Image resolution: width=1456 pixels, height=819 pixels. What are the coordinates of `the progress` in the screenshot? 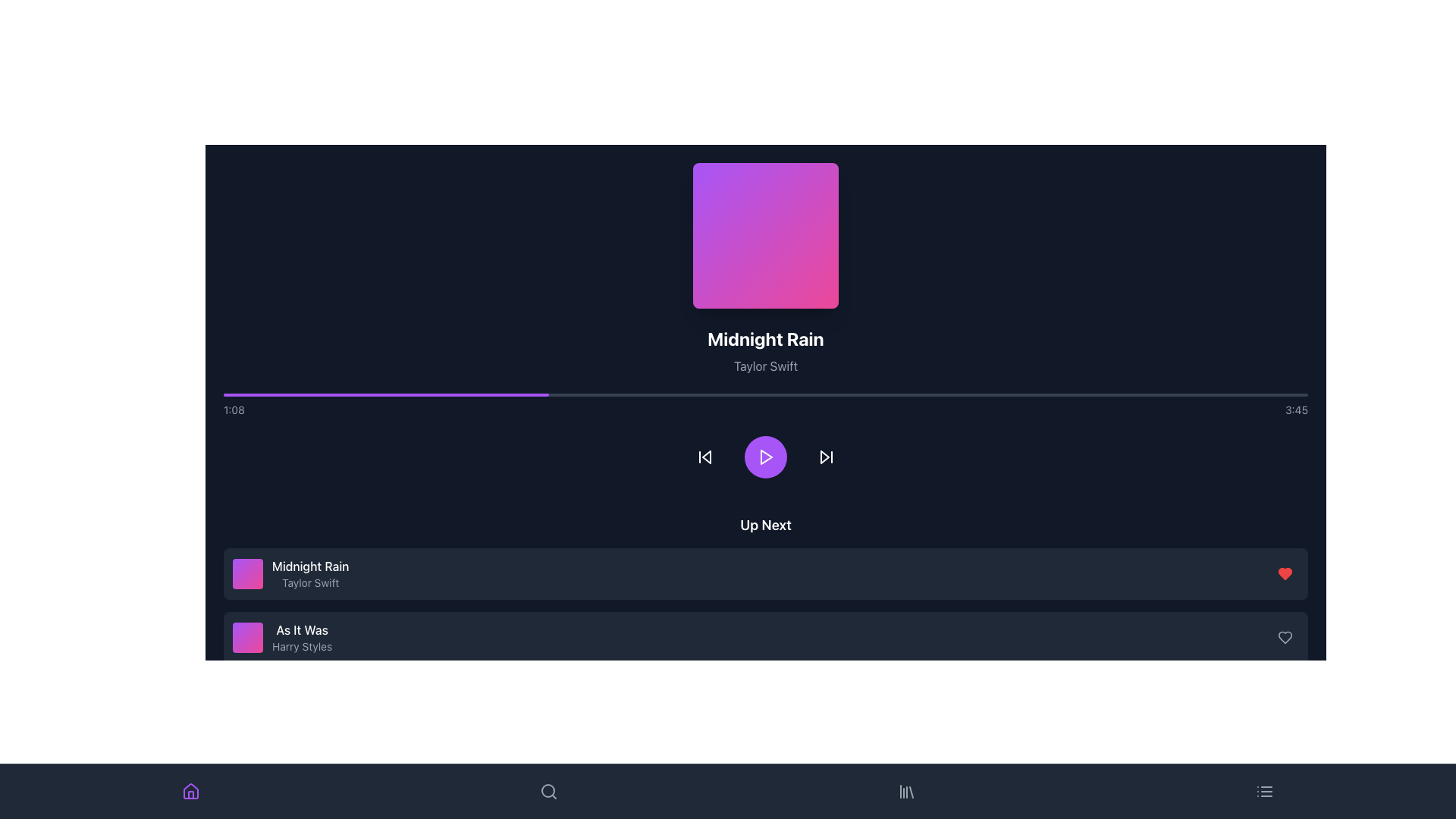 It's located at (1112, 394).